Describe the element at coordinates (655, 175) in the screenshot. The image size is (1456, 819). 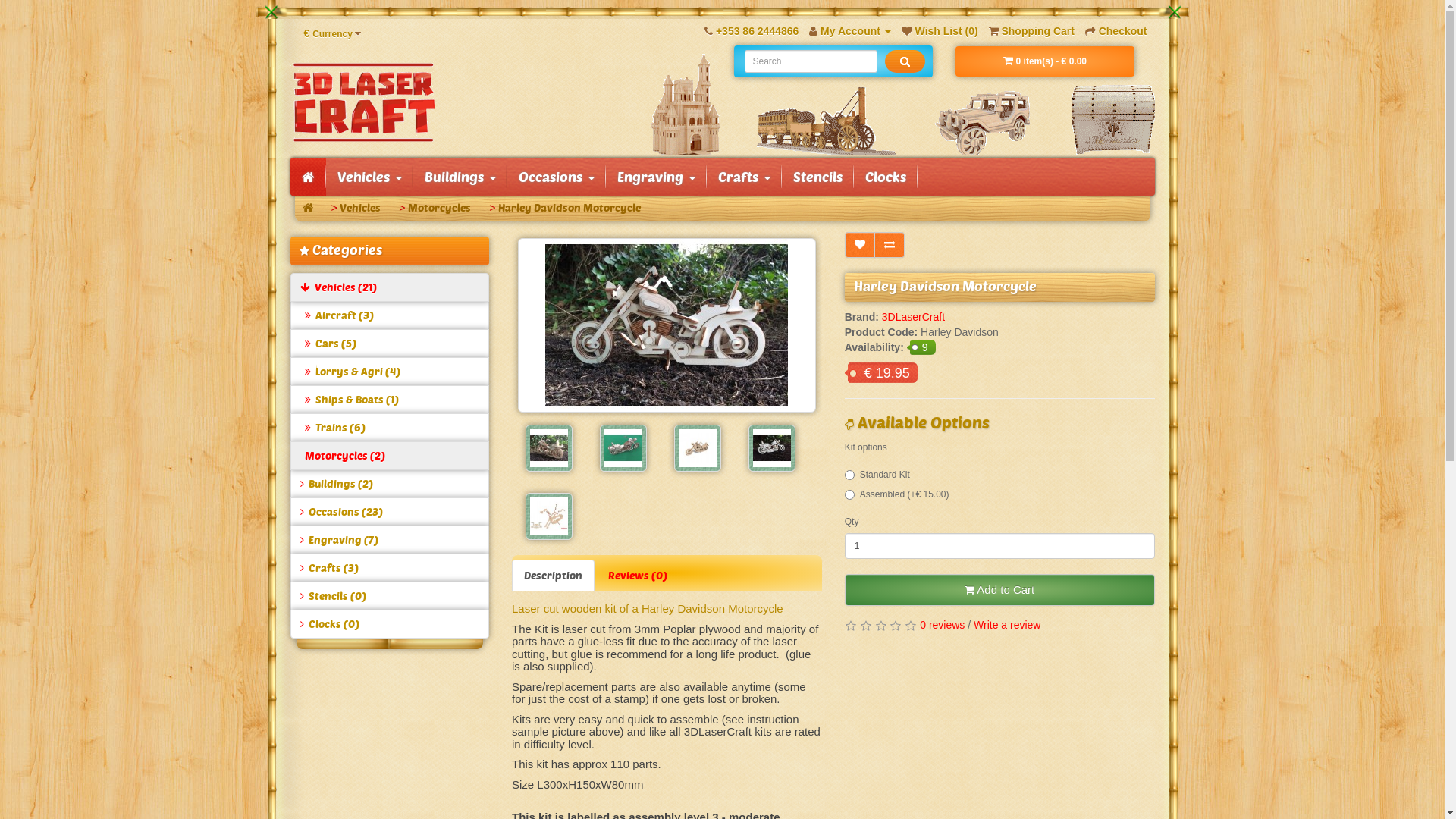
I see `'Engraving  '` at that location.